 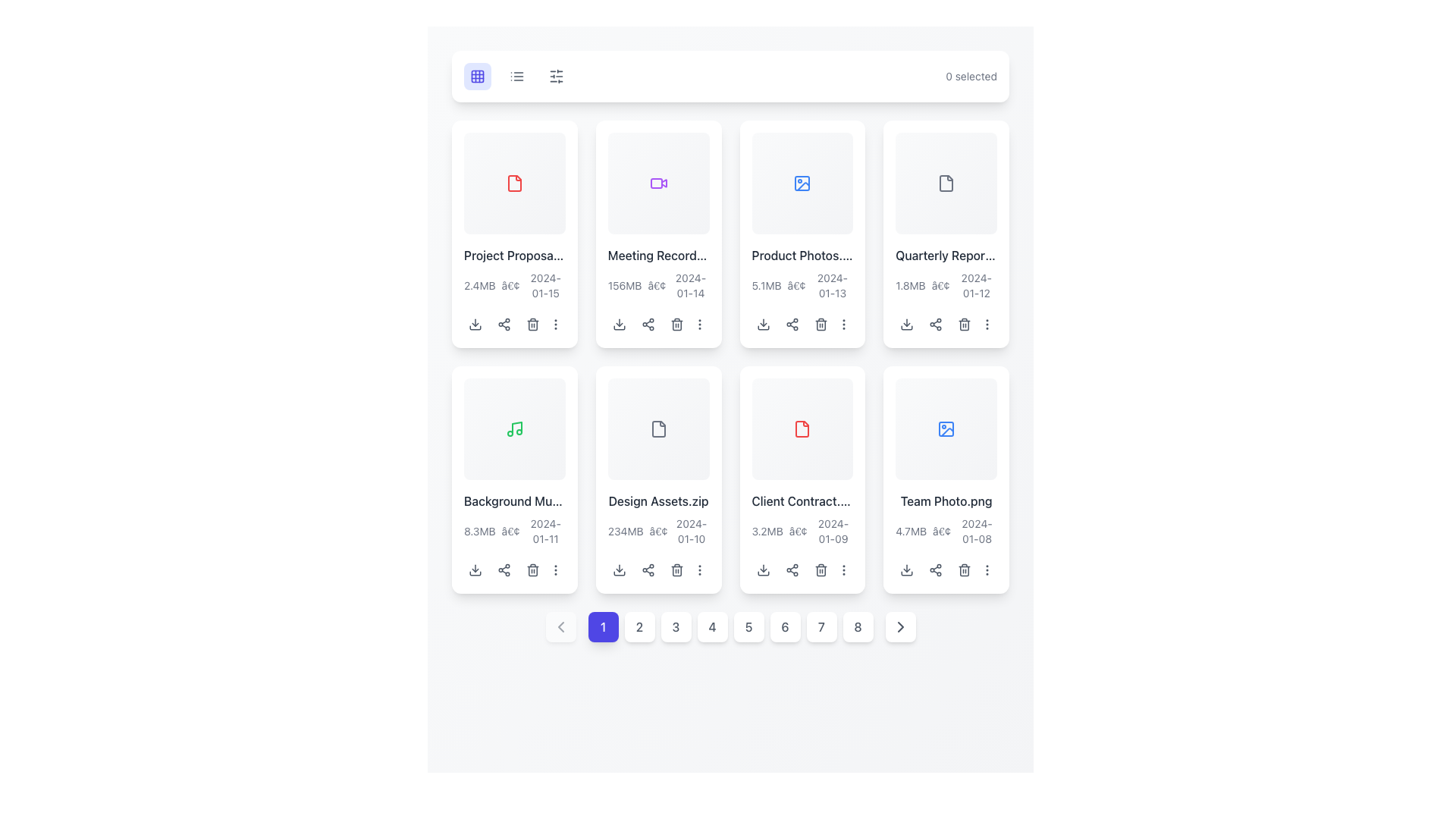 What do you see at coordinates (504, 570) in the screenshot?
I see `the share button located as the second icon in the horizontal row of action icons below the 'Background Music' card` at bounding box center [504, 570].